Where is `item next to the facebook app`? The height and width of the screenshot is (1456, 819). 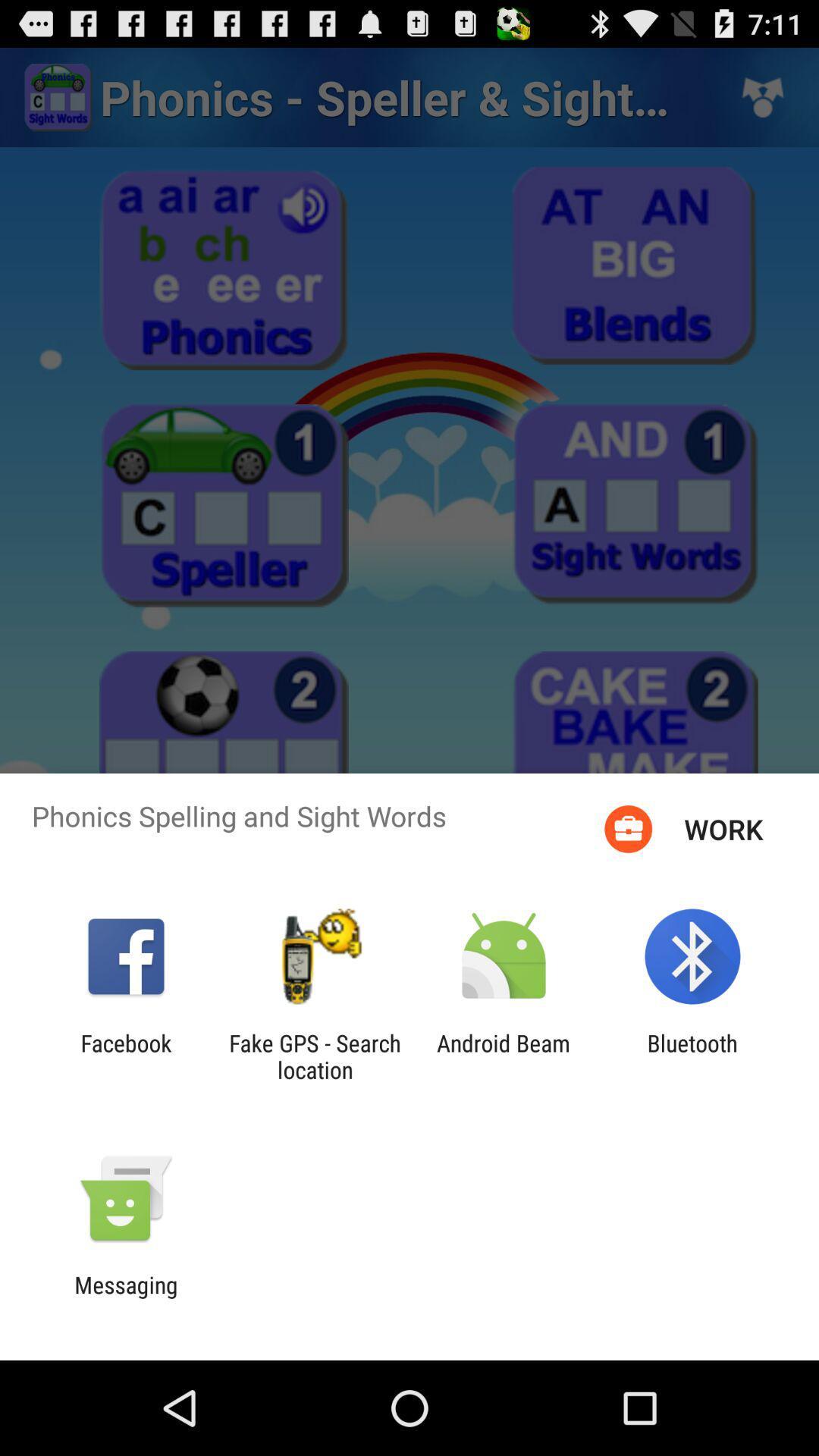 item next to the facebook app is located at coordinates (314, 1056).